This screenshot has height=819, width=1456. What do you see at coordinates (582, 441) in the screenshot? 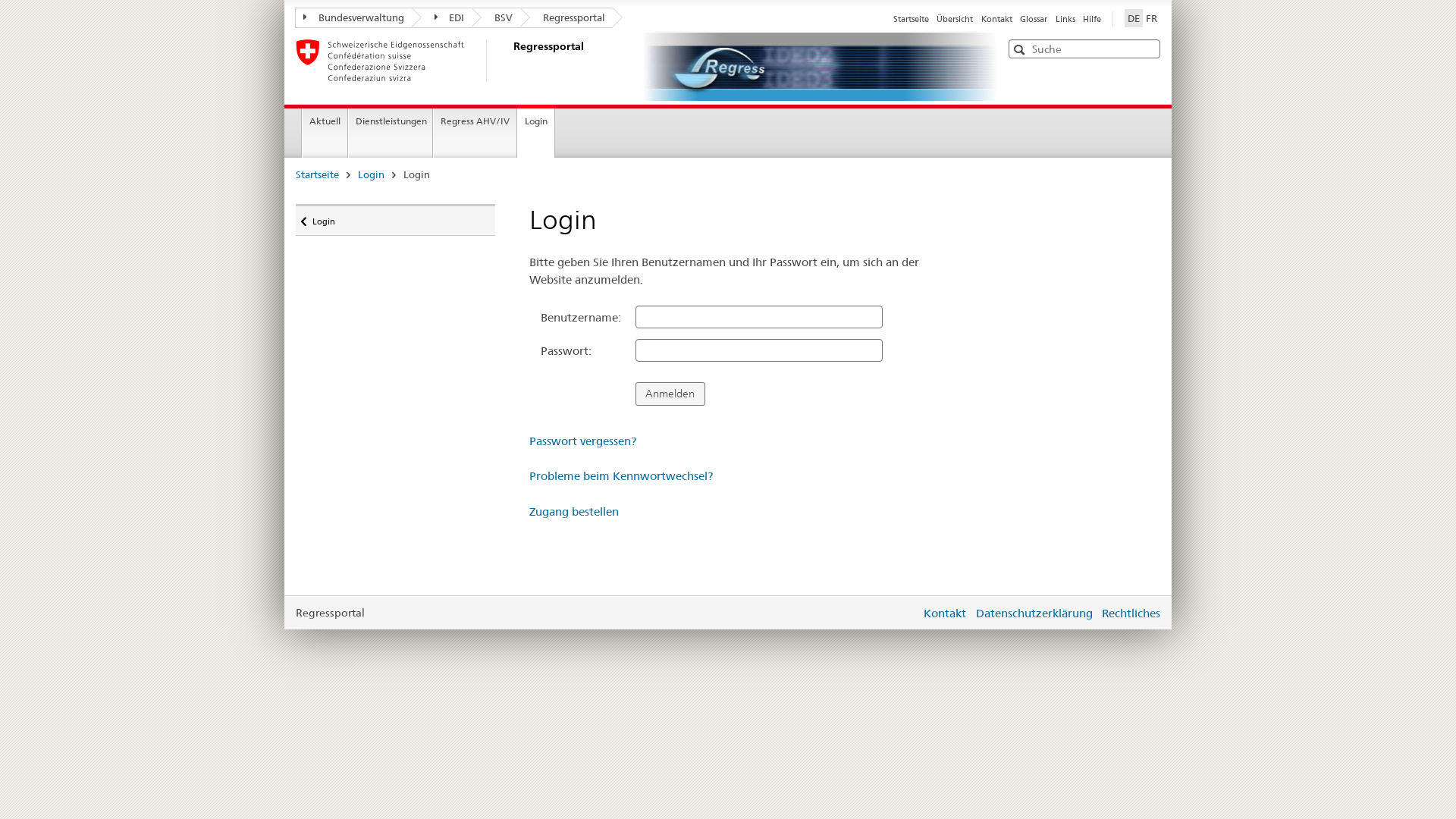
I see `'Passwort vergessen?'` at bounding box center [582, 441].